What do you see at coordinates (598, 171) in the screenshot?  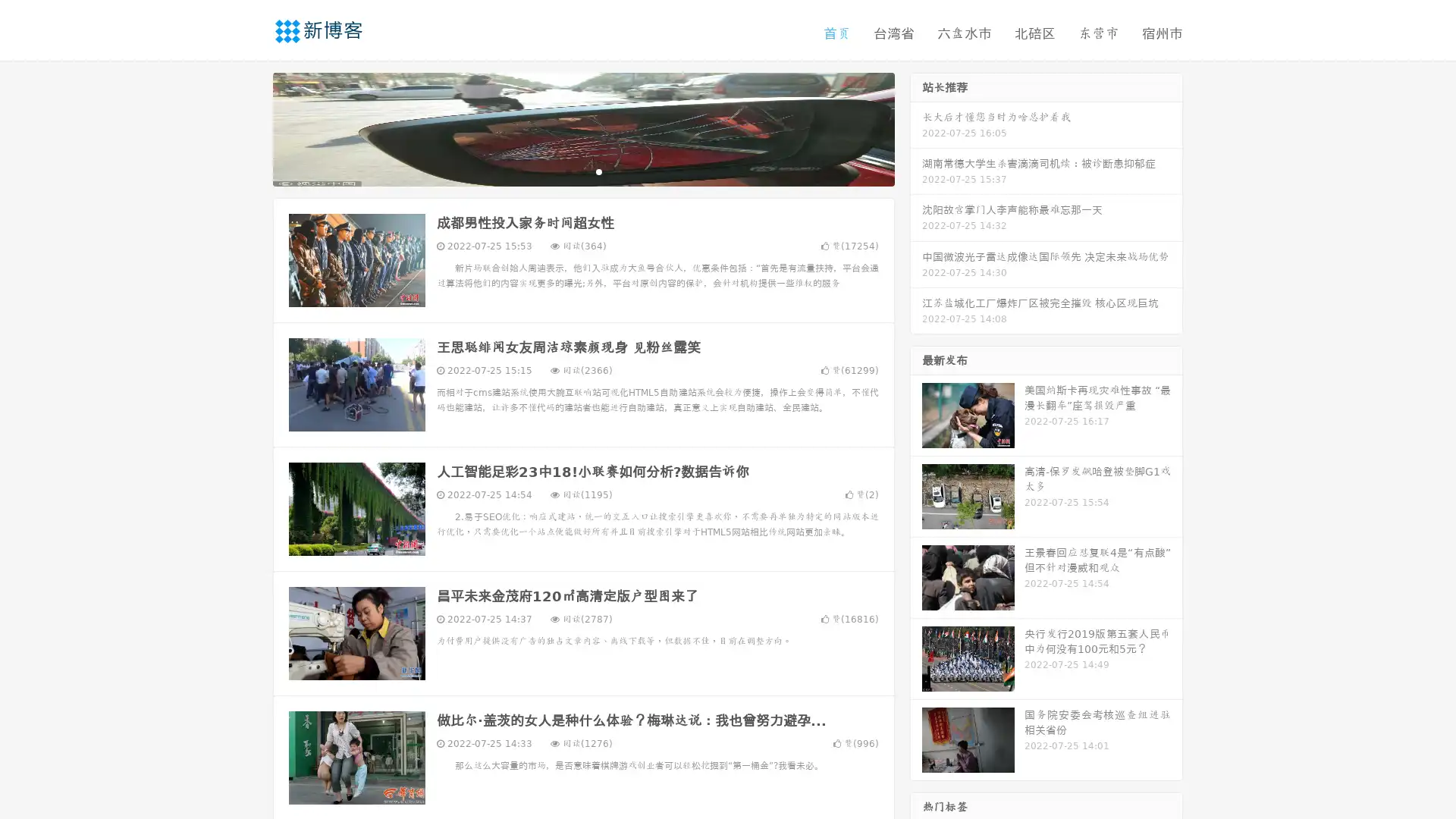 I see `Go to slide 3` at bounding box center [598, 171].